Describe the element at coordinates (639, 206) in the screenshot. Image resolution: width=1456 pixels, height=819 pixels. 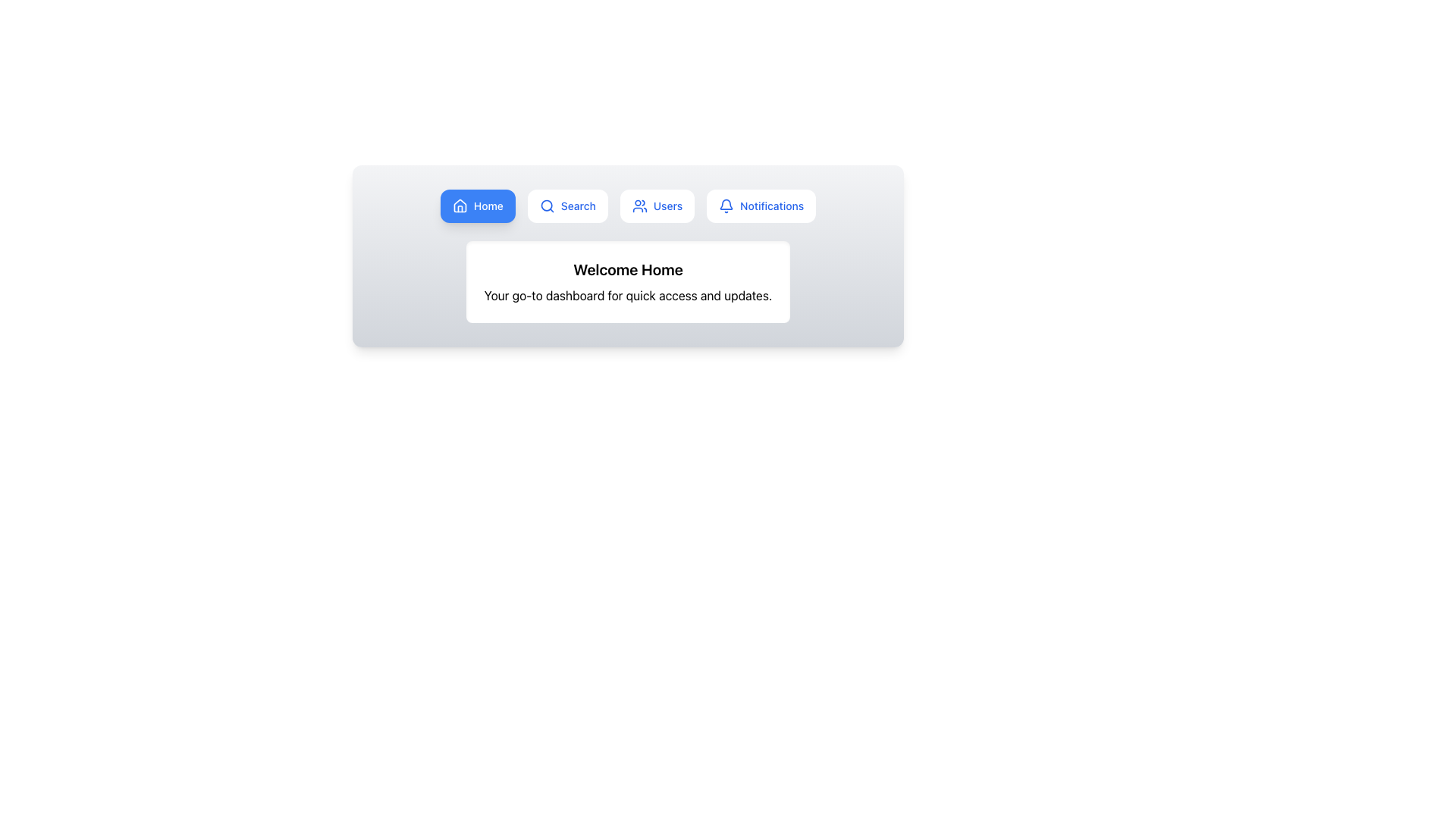
I see `the 'Users' navigation icon located in the top-center navigation menu, which is the third icon from the left` at that location.